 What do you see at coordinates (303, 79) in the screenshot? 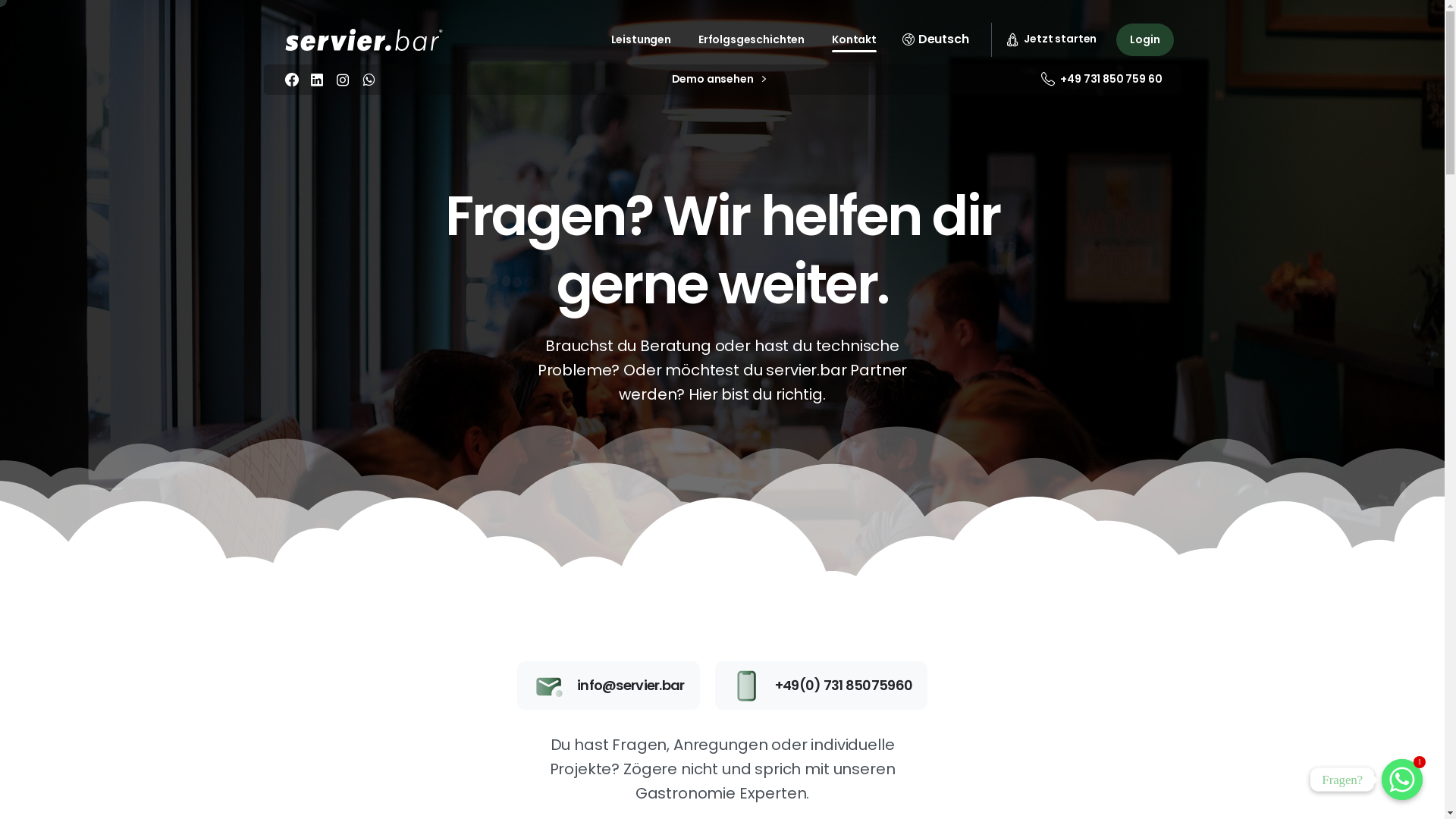
I see `'linkedin'` at bounding box center [303, 79].